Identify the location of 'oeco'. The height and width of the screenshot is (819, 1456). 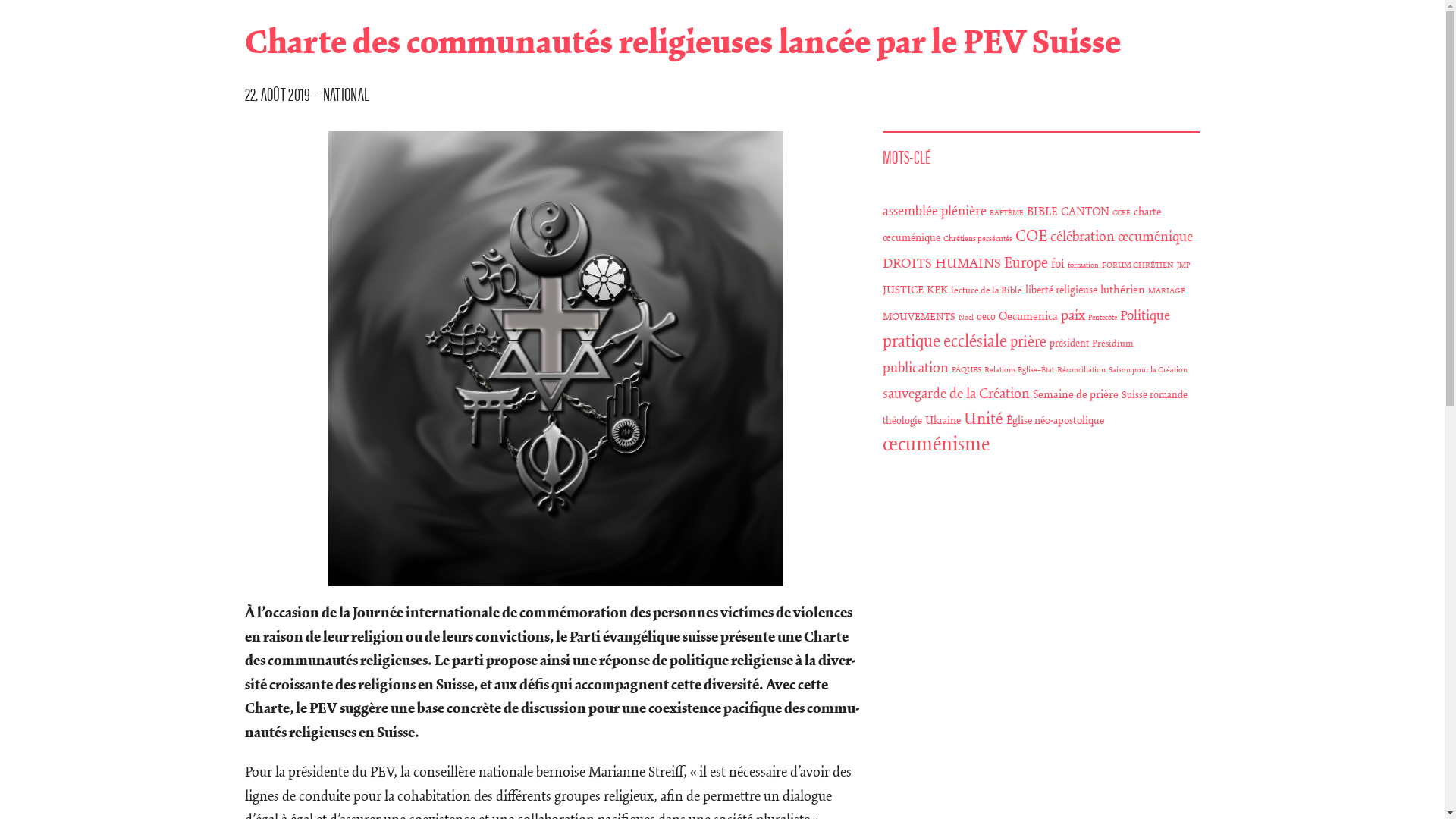
(986, 316).